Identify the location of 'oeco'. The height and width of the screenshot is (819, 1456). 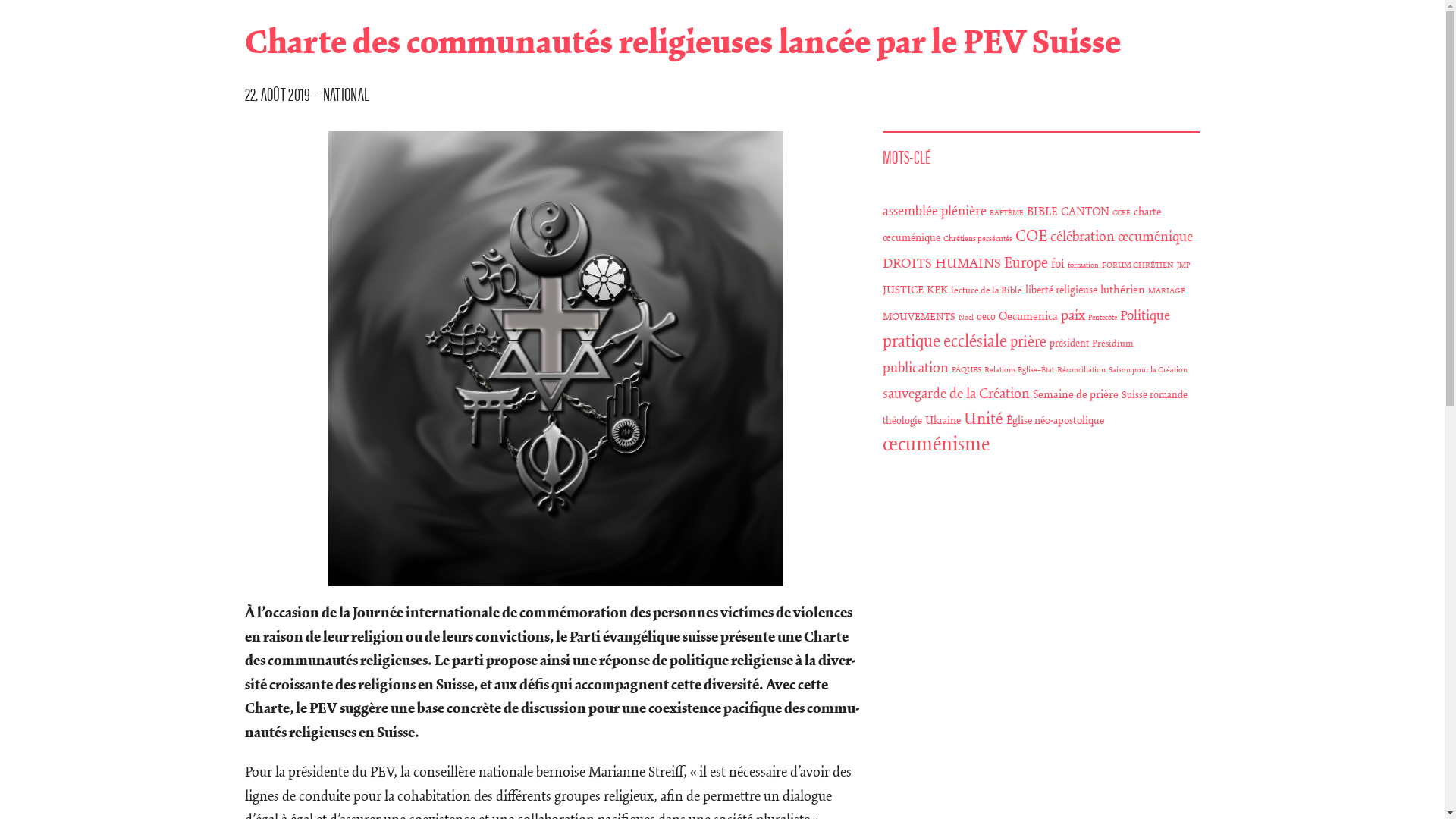
(986, 316).